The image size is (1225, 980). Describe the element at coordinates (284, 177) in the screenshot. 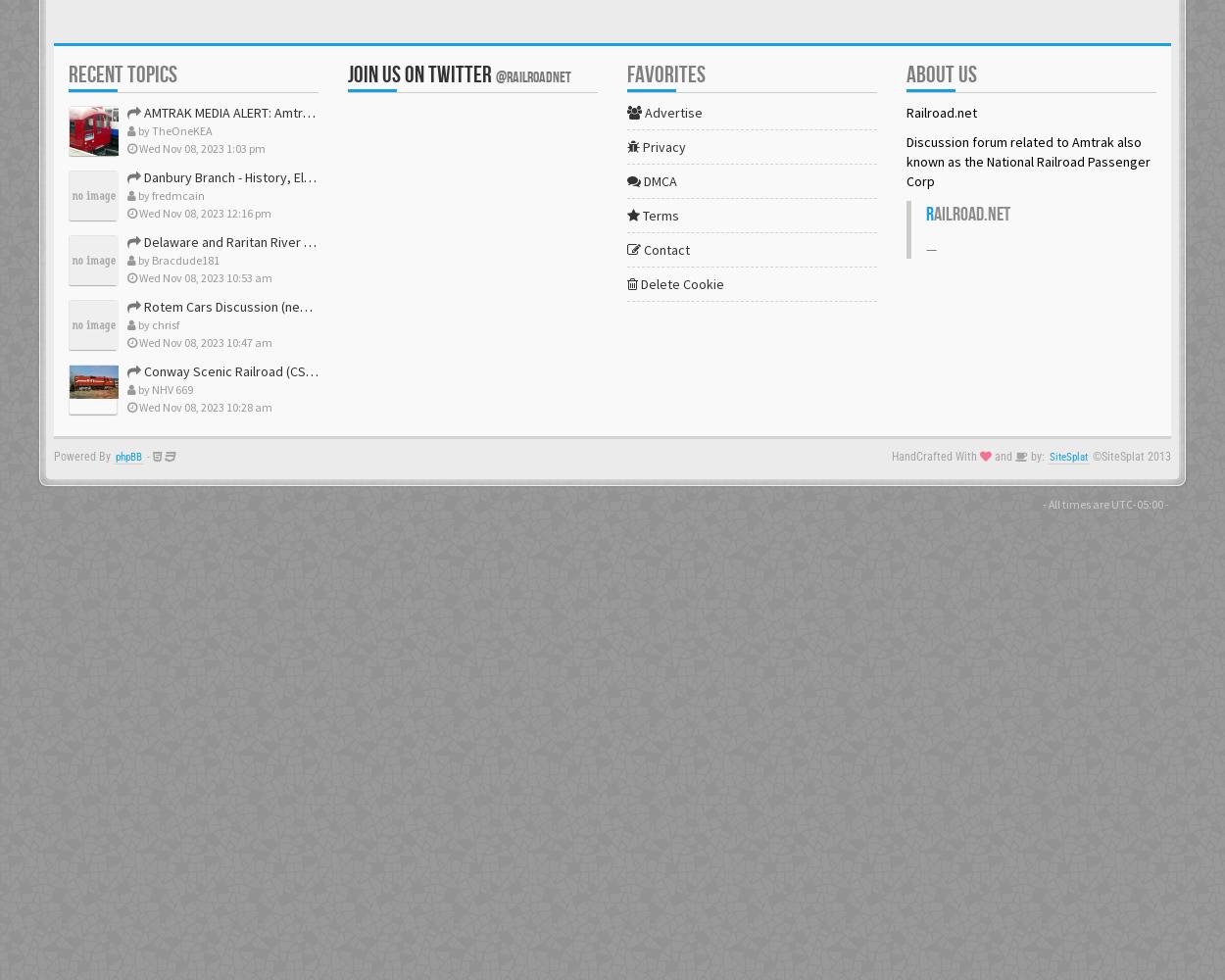

I see `'Danbury Branch - History, Electrification, Studies'` at that location.